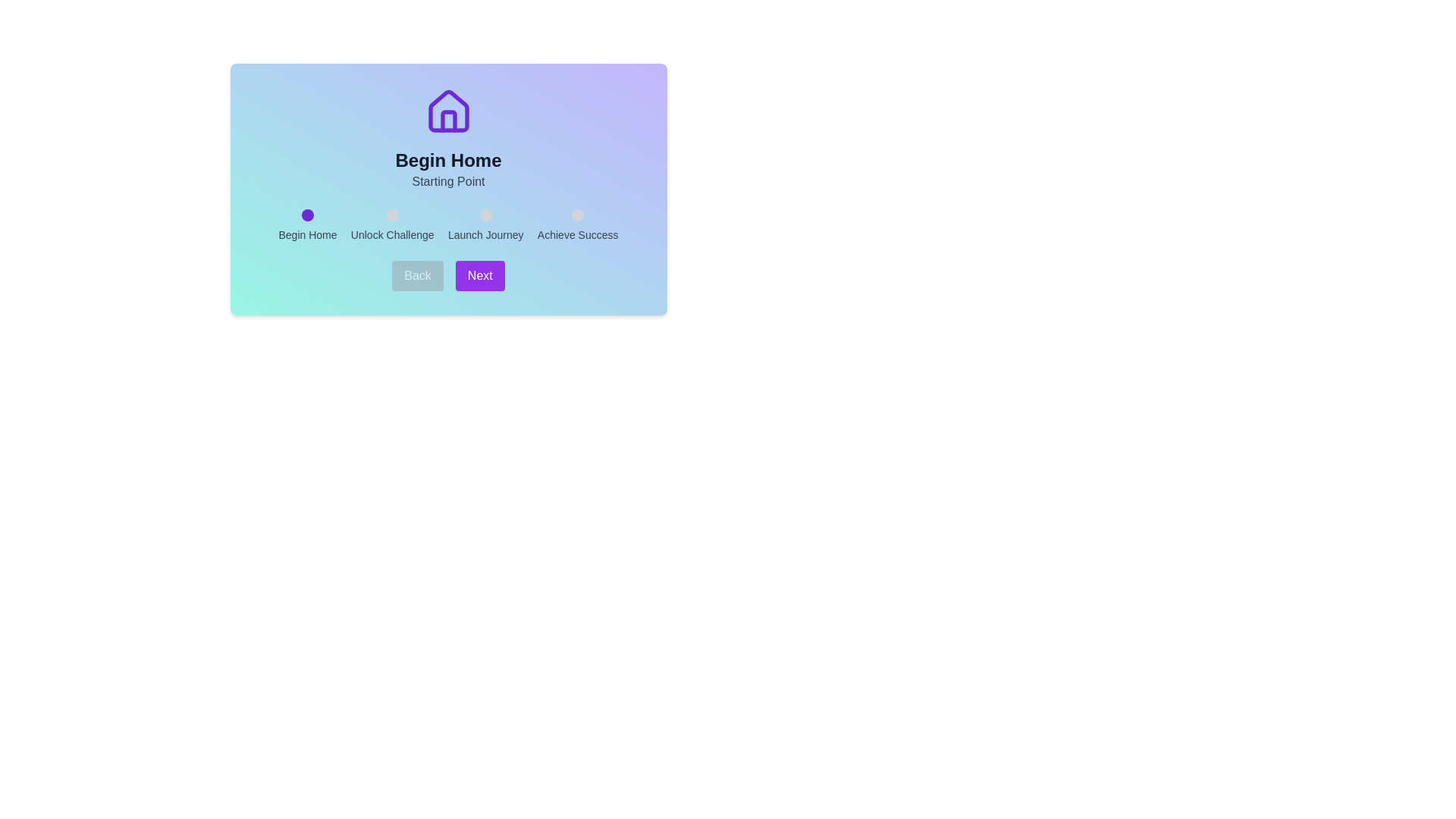 This screenshot has height=819, width=1456. I want to click on the 'Next' button to navigate to the next step, so click(479, 275).